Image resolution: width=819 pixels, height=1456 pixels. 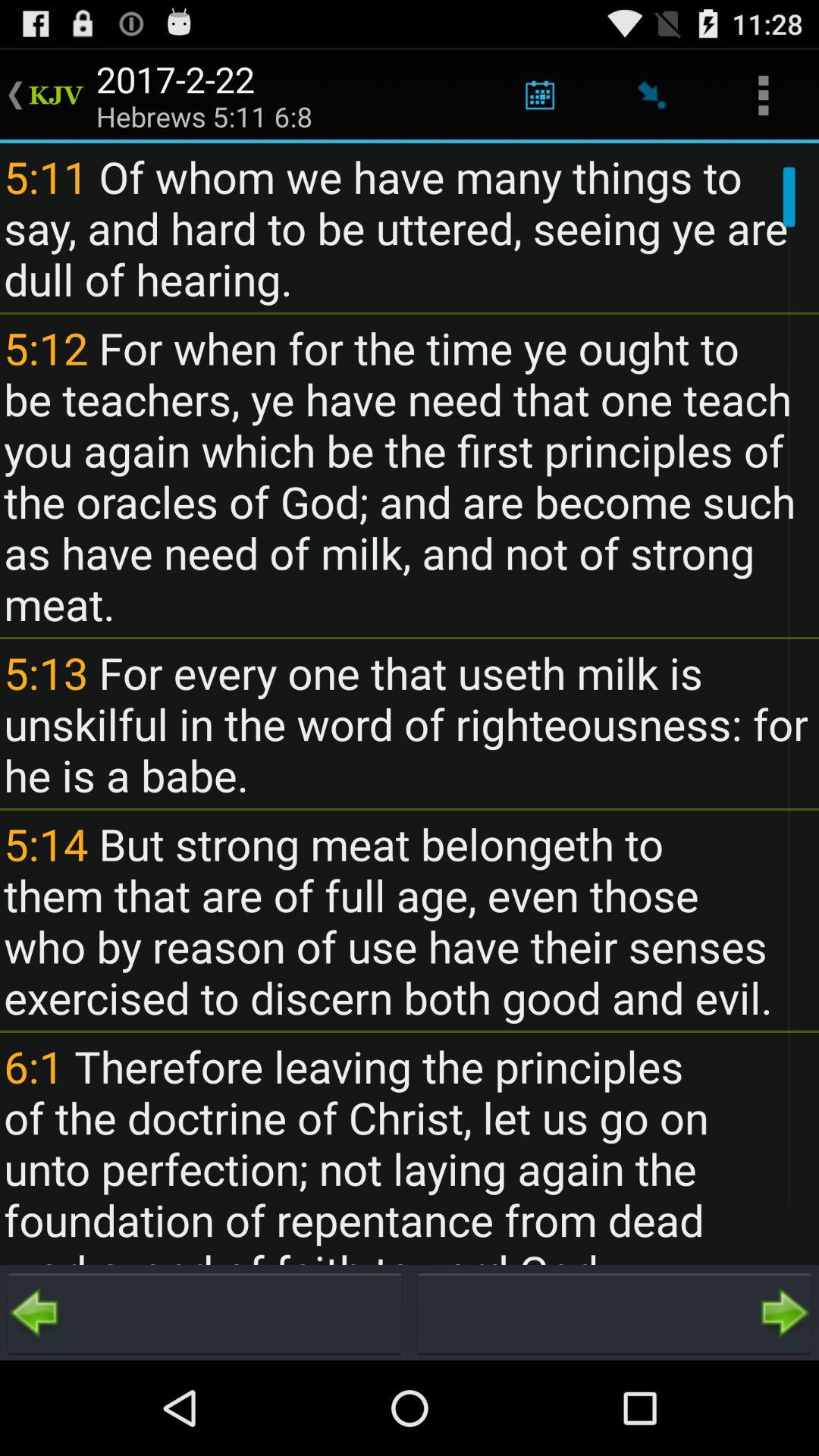 I want to click on go back, so click(x=205, y=1312).